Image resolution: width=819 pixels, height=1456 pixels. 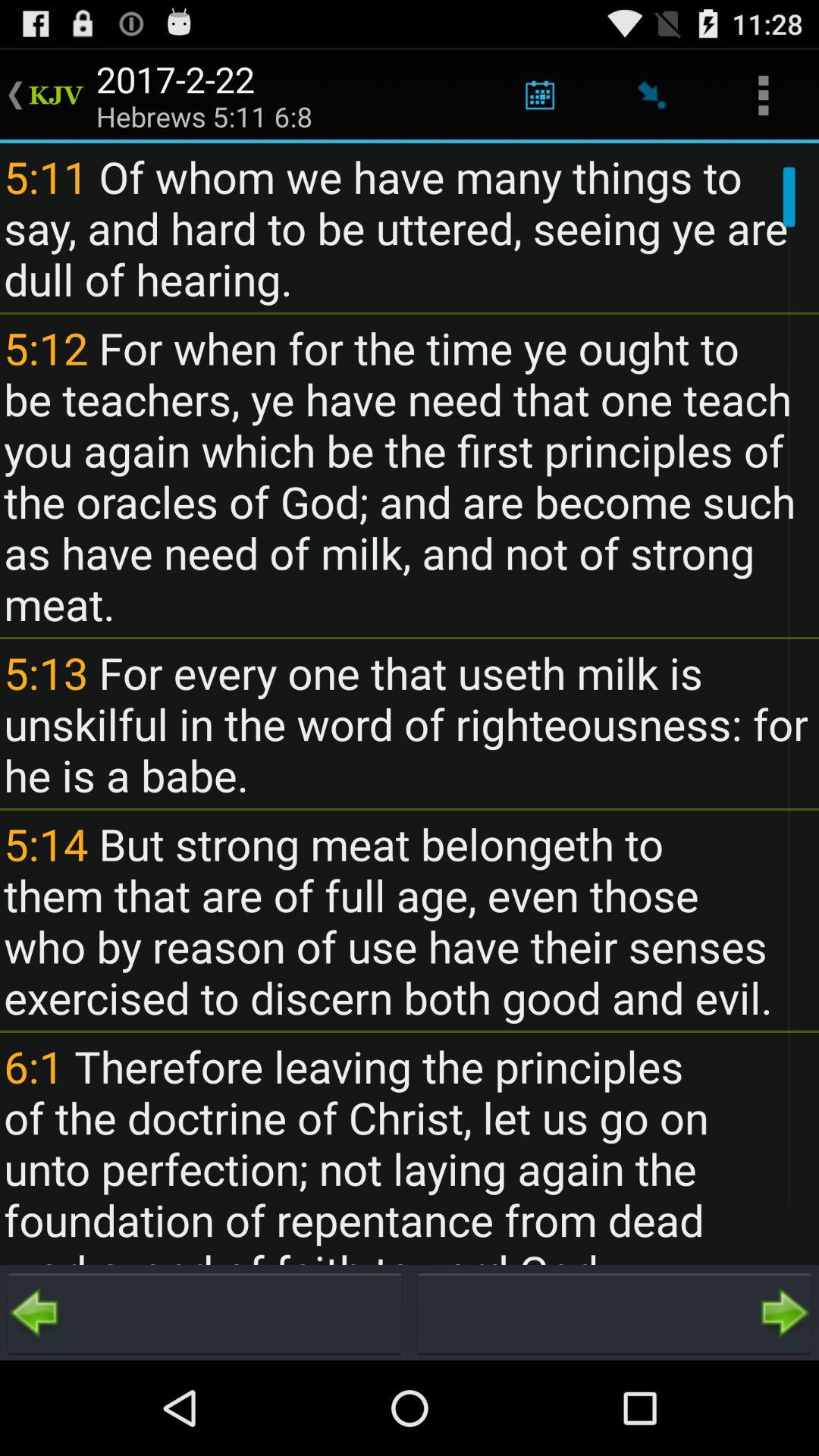 I want to click on go back, so click(x=205, y=1312).